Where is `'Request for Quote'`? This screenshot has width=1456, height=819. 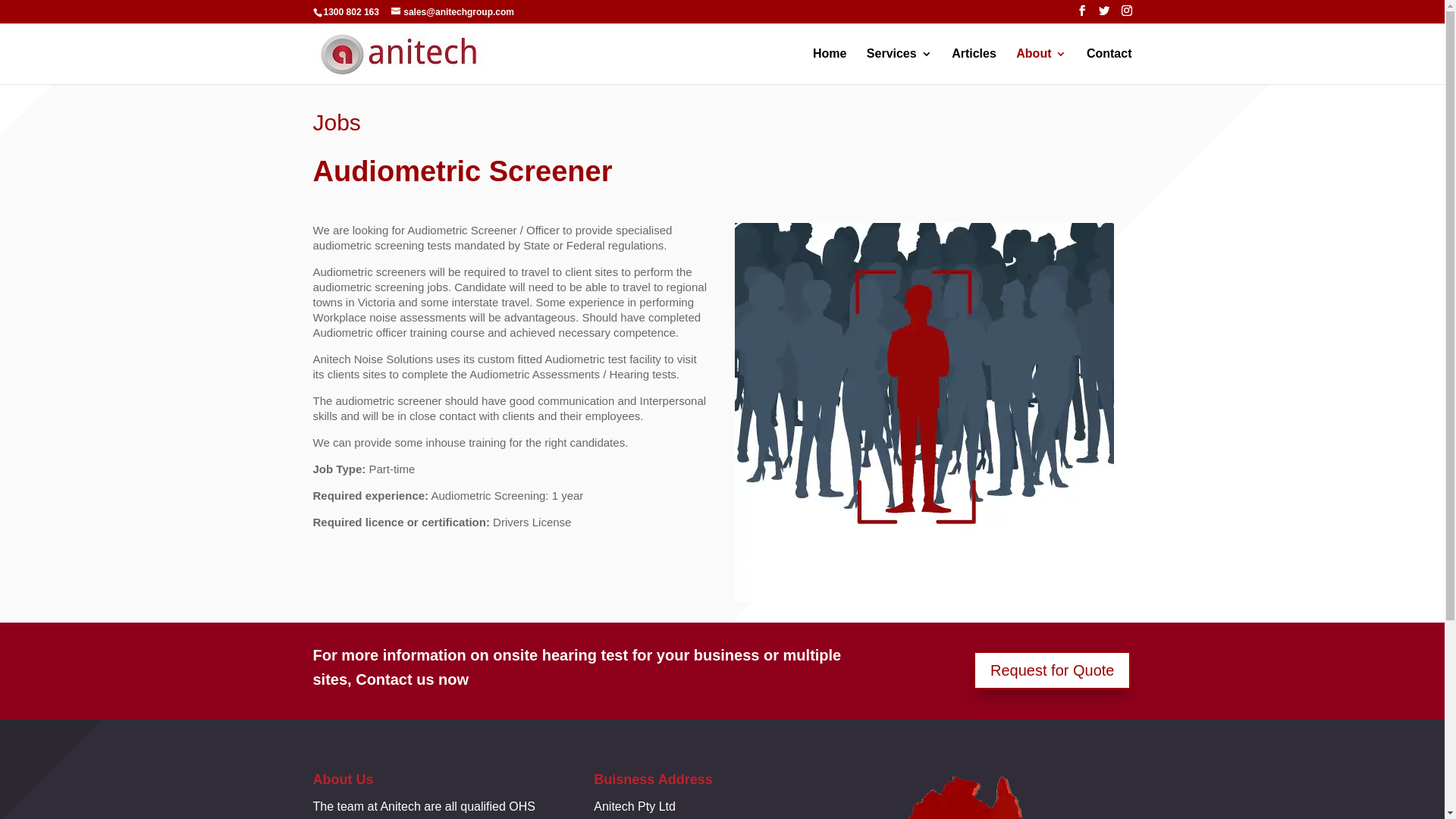
'Request for Quote' is located at coordinates (1051, 669).